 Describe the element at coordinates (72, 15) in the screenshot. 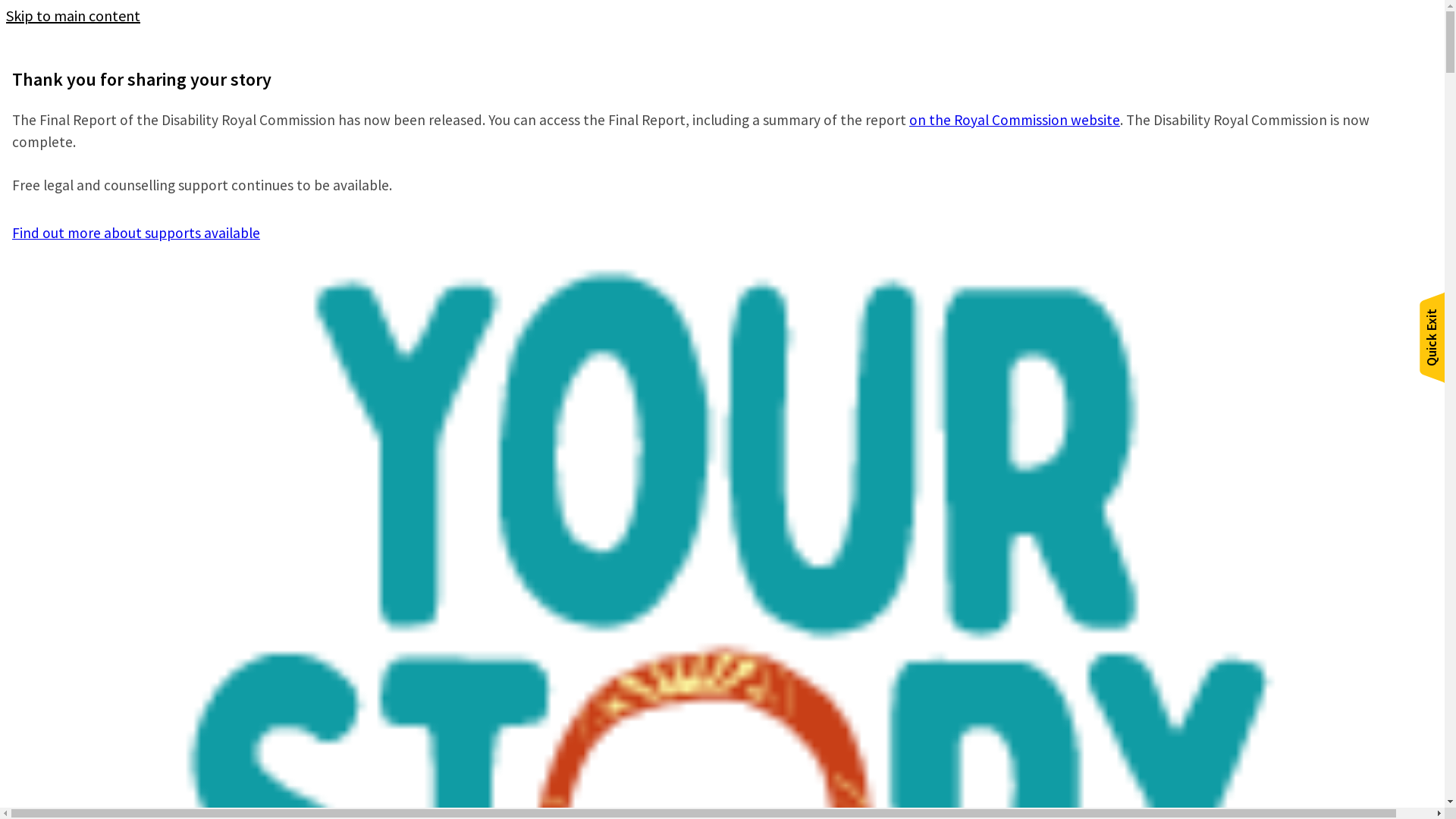

I see `'Skip to main content'` at that location.